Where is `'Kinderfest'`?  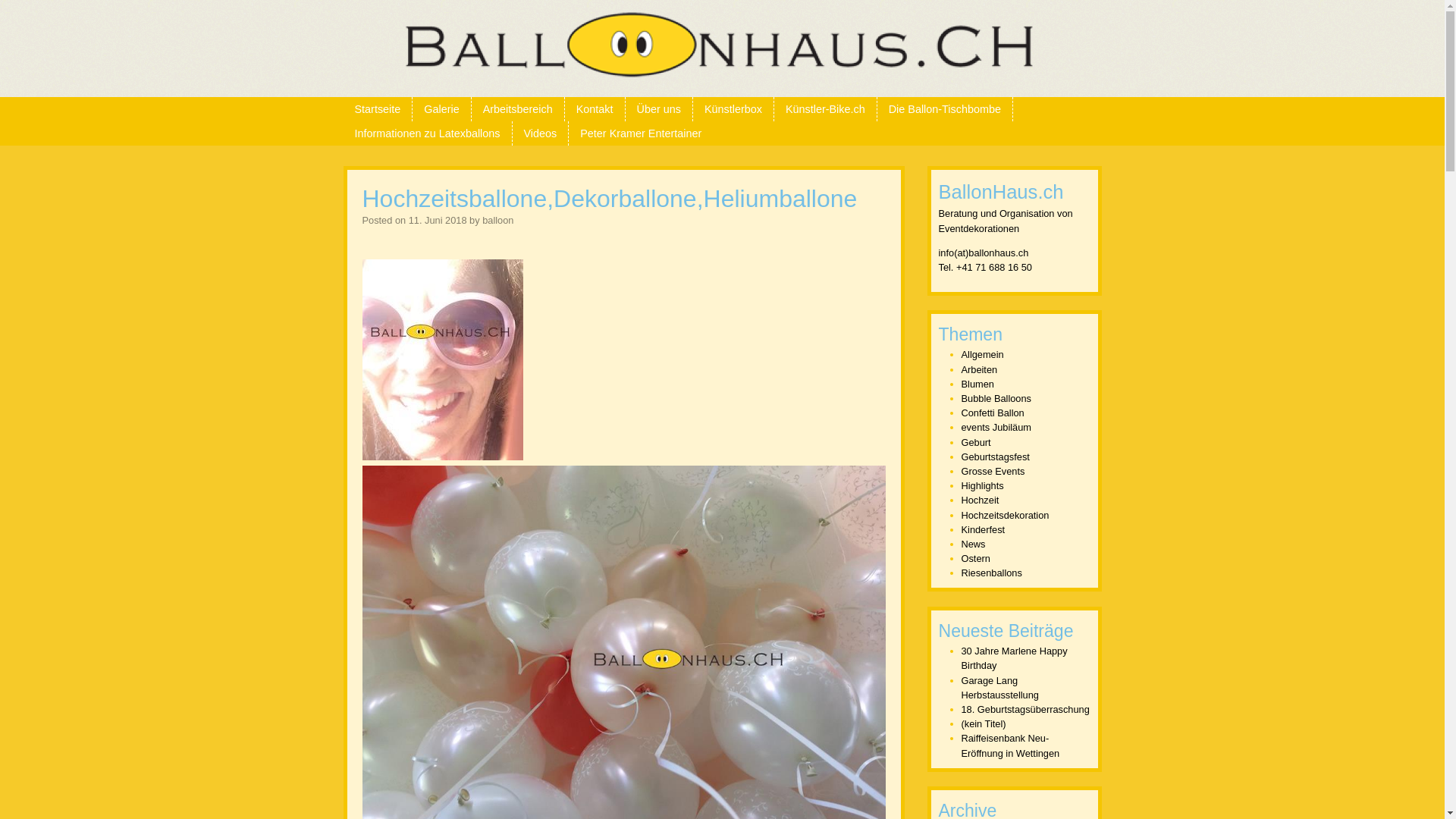 'Kinderfest' is located at coordinates (983, 529).